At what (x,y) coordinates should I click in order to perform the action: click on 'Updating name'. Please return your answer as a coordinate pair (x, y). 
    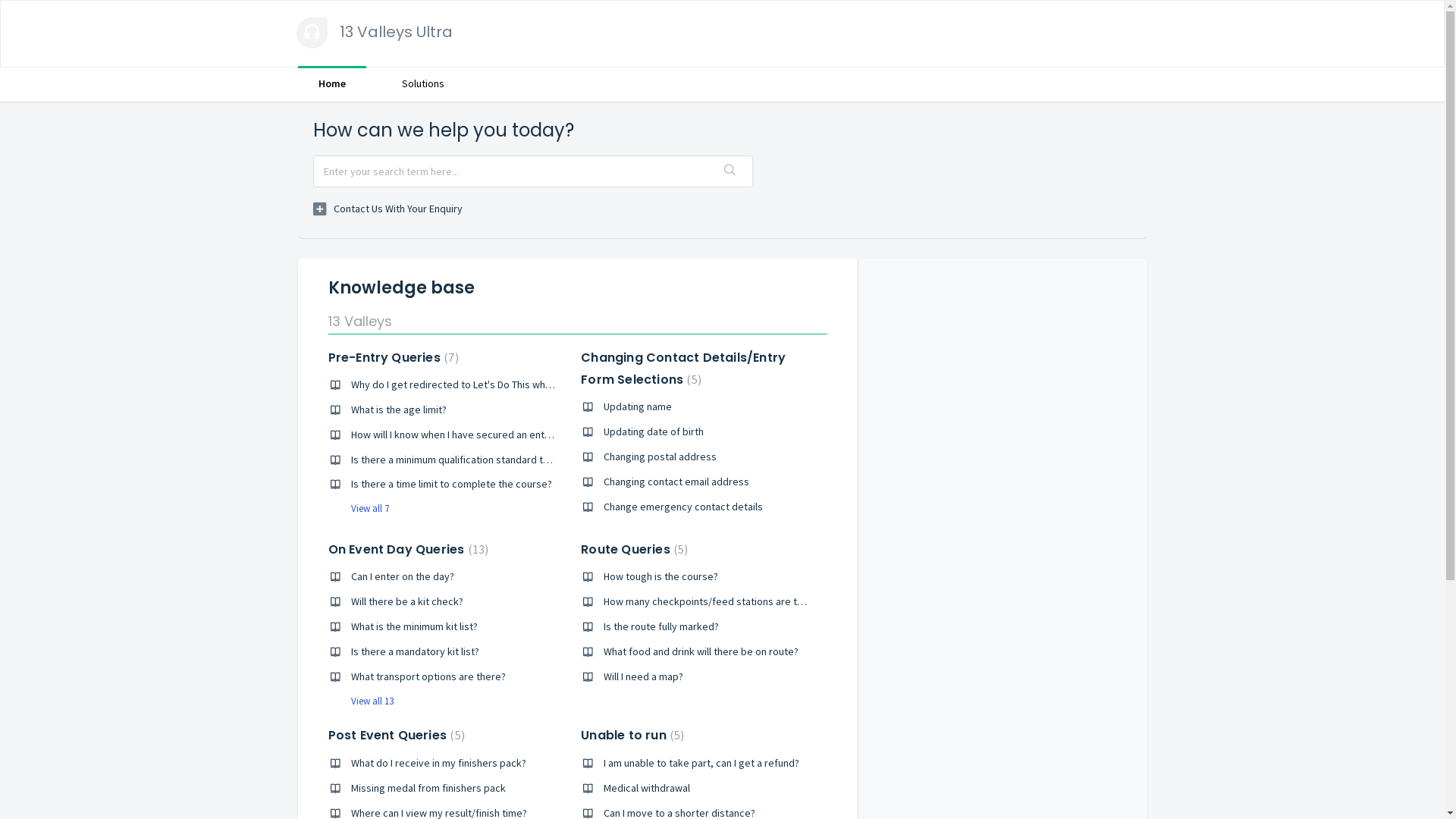
    Looking at the image, I should click on (637, 406).